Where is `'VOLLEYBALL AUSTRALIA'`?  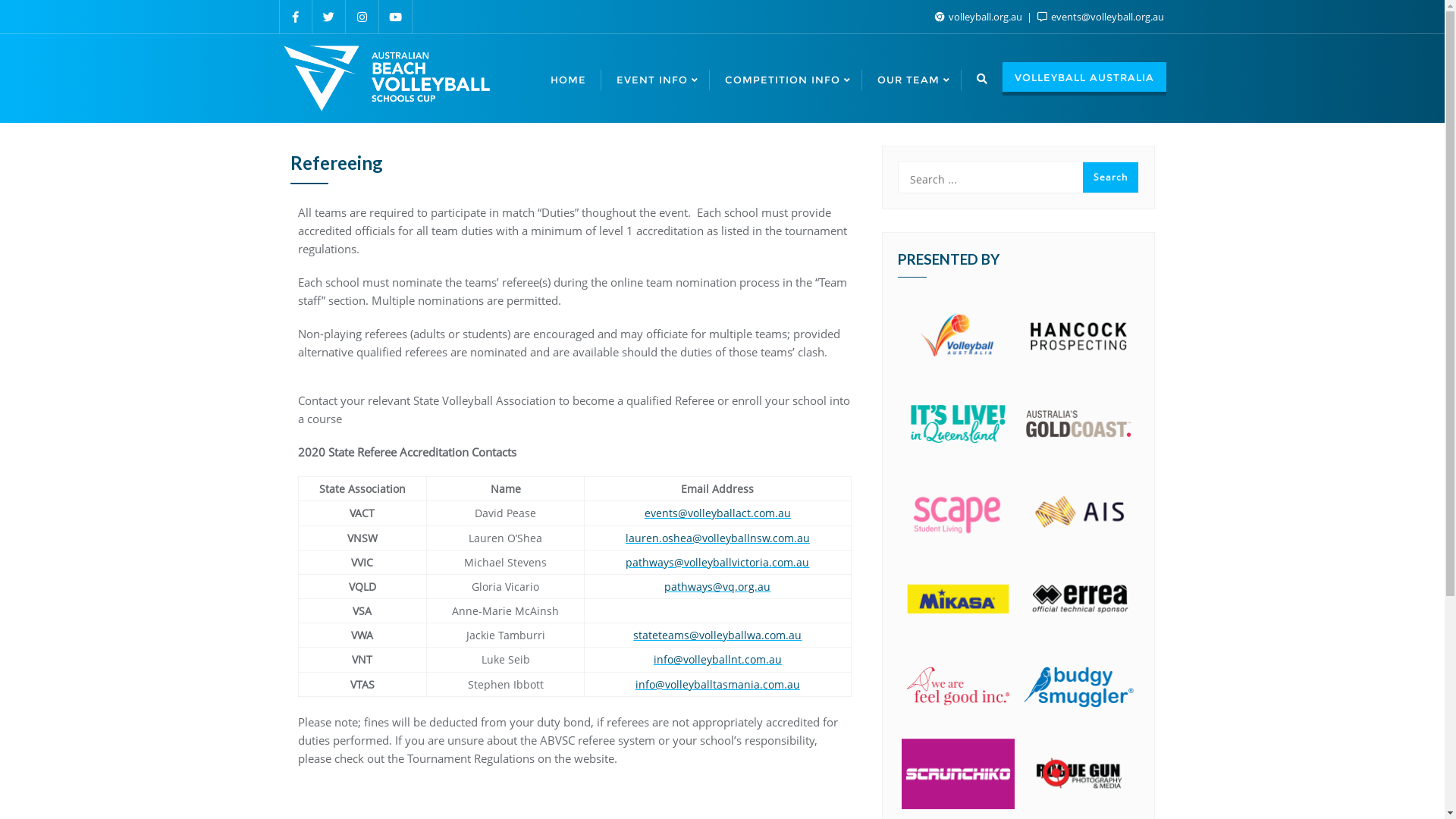
'VOLLEYBALL AUSTRALIA' is located at coordinates (1084, 79).